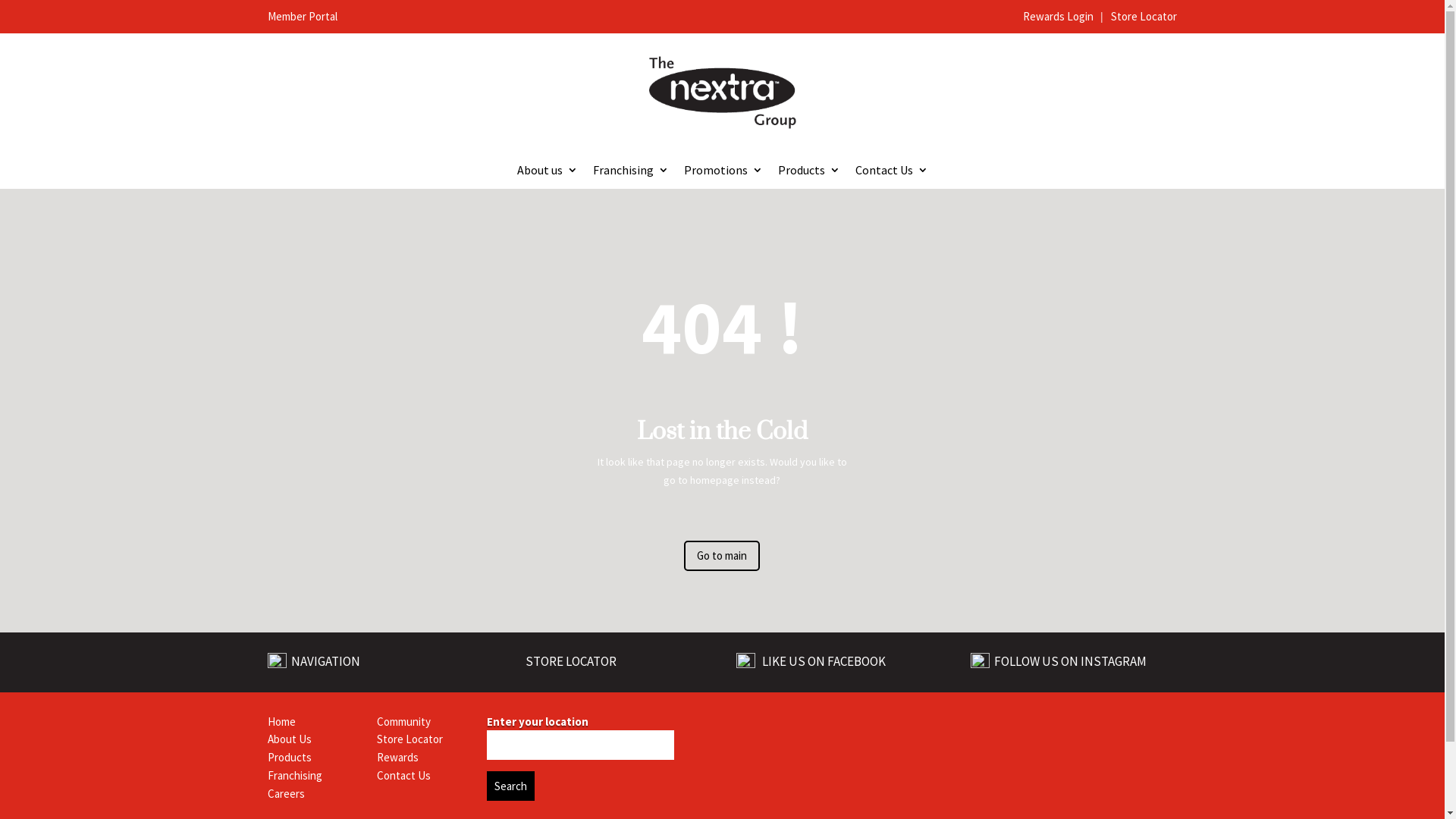 This screenshot has height=819, width=1456. I want to click on 'Rewards Login', so click(1058, 16).